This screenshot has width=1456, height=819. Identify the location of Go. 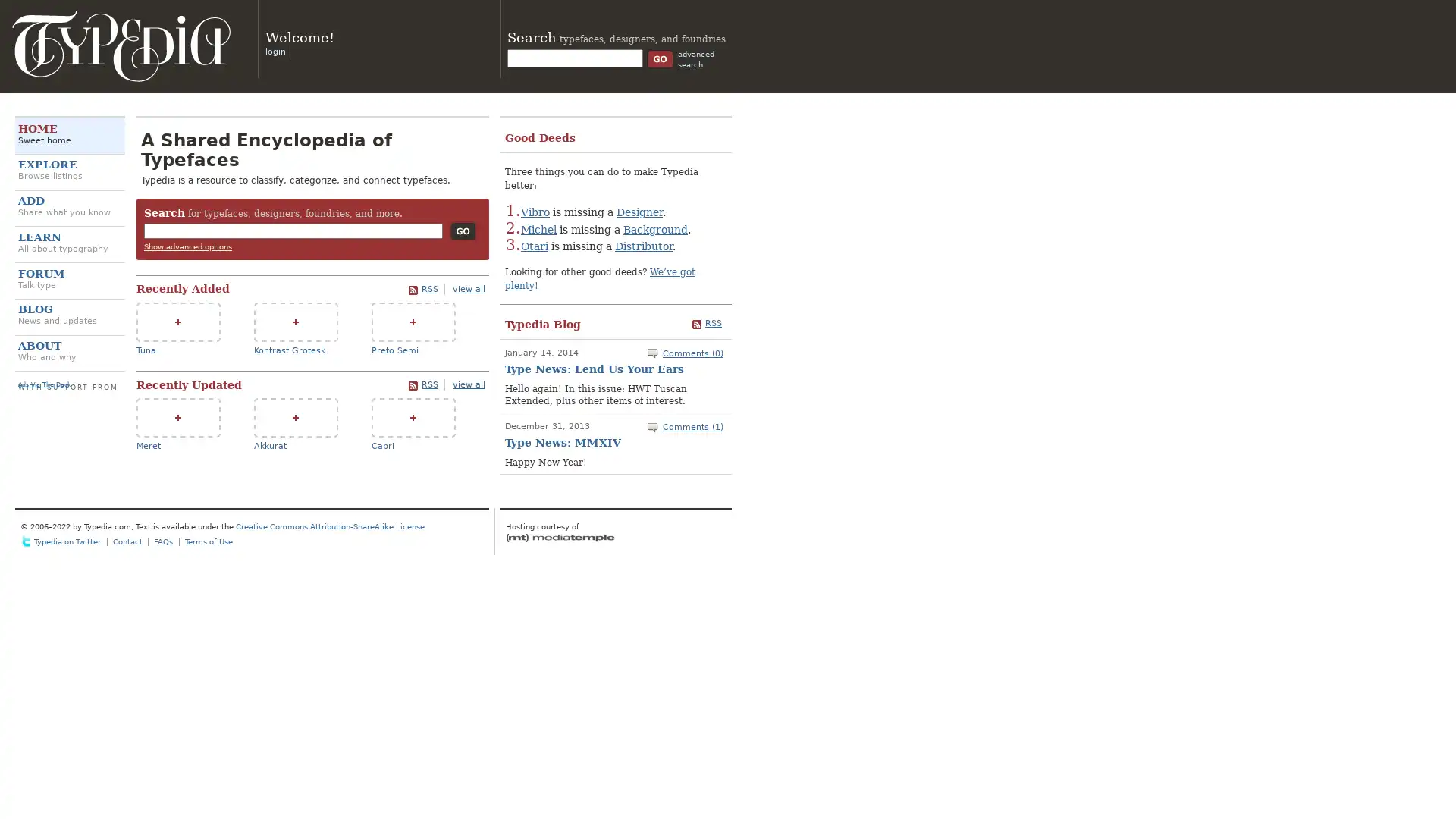
(660, 58).